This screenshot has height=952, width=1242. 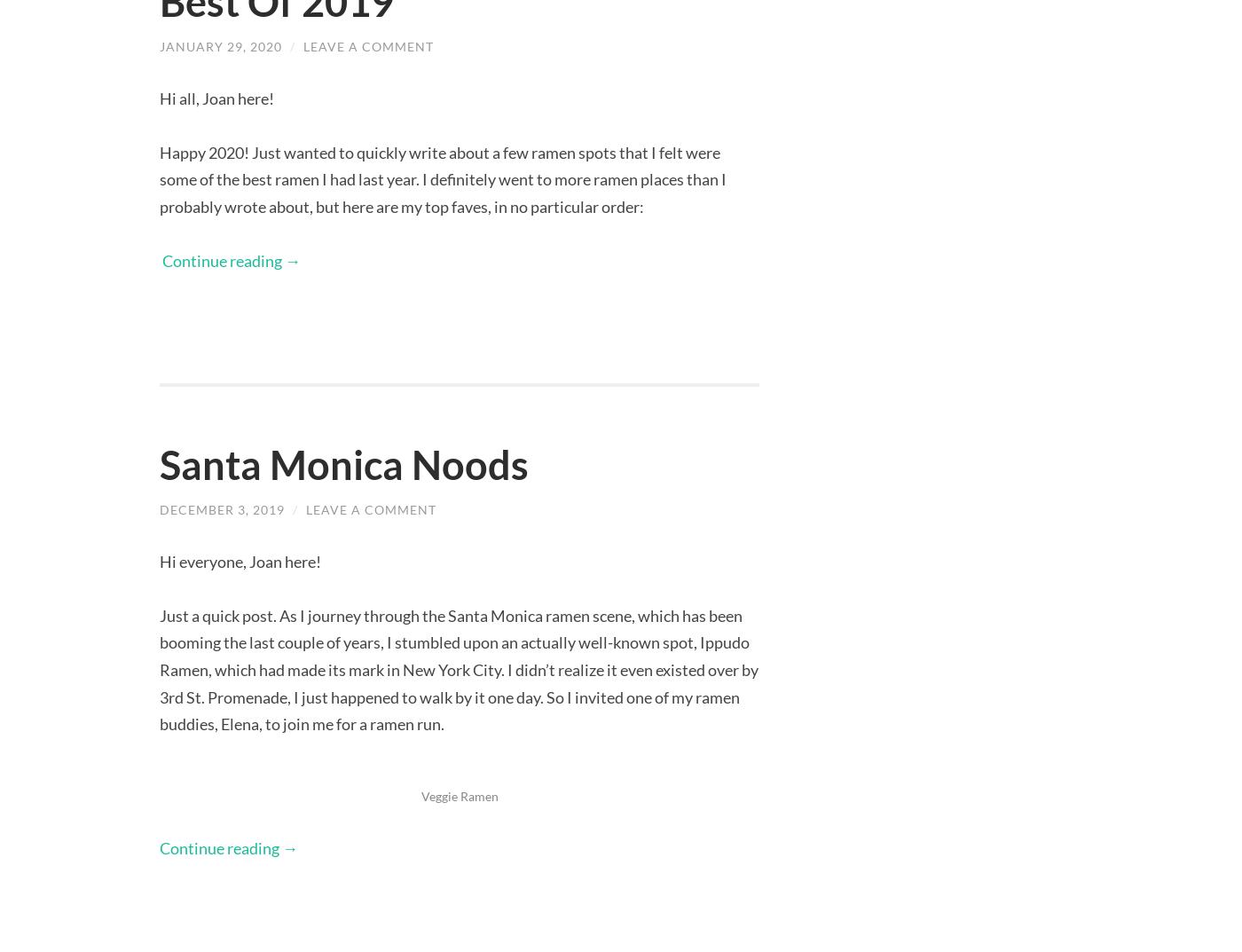 I want to click on 'Hi all, Joan here!', so click(x=216, y=97).